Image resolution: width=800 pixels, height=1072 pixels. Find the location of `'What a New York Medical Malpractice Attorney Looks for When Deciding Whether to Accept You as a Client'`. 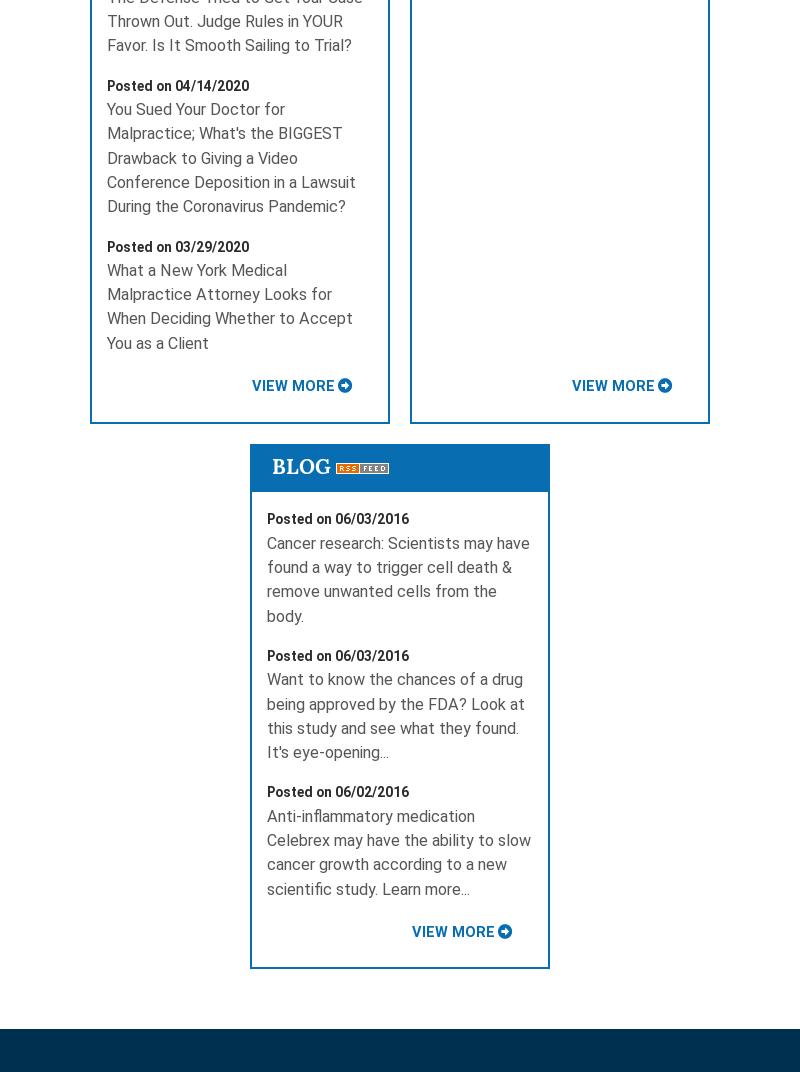

'What a New York Medical Malpractice Attorney Looks for When Deciding Whether to Accept You as a Client' is located at coordinates (229, 304).